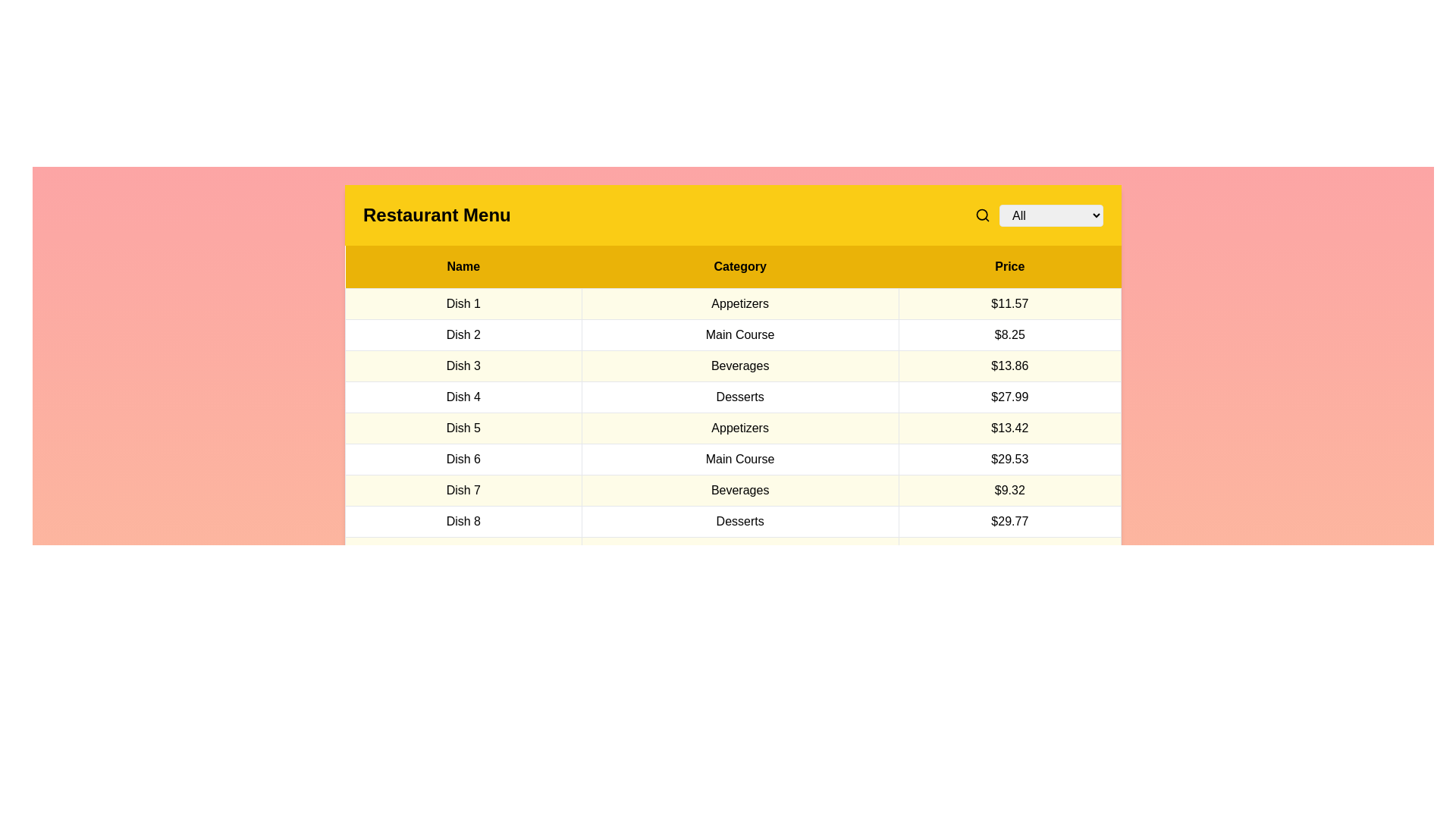  What do you see at coordinates (1050, 215) in the screenshot?
I see `the category All in the dropdown menu` at bounding box center [1050, 215].